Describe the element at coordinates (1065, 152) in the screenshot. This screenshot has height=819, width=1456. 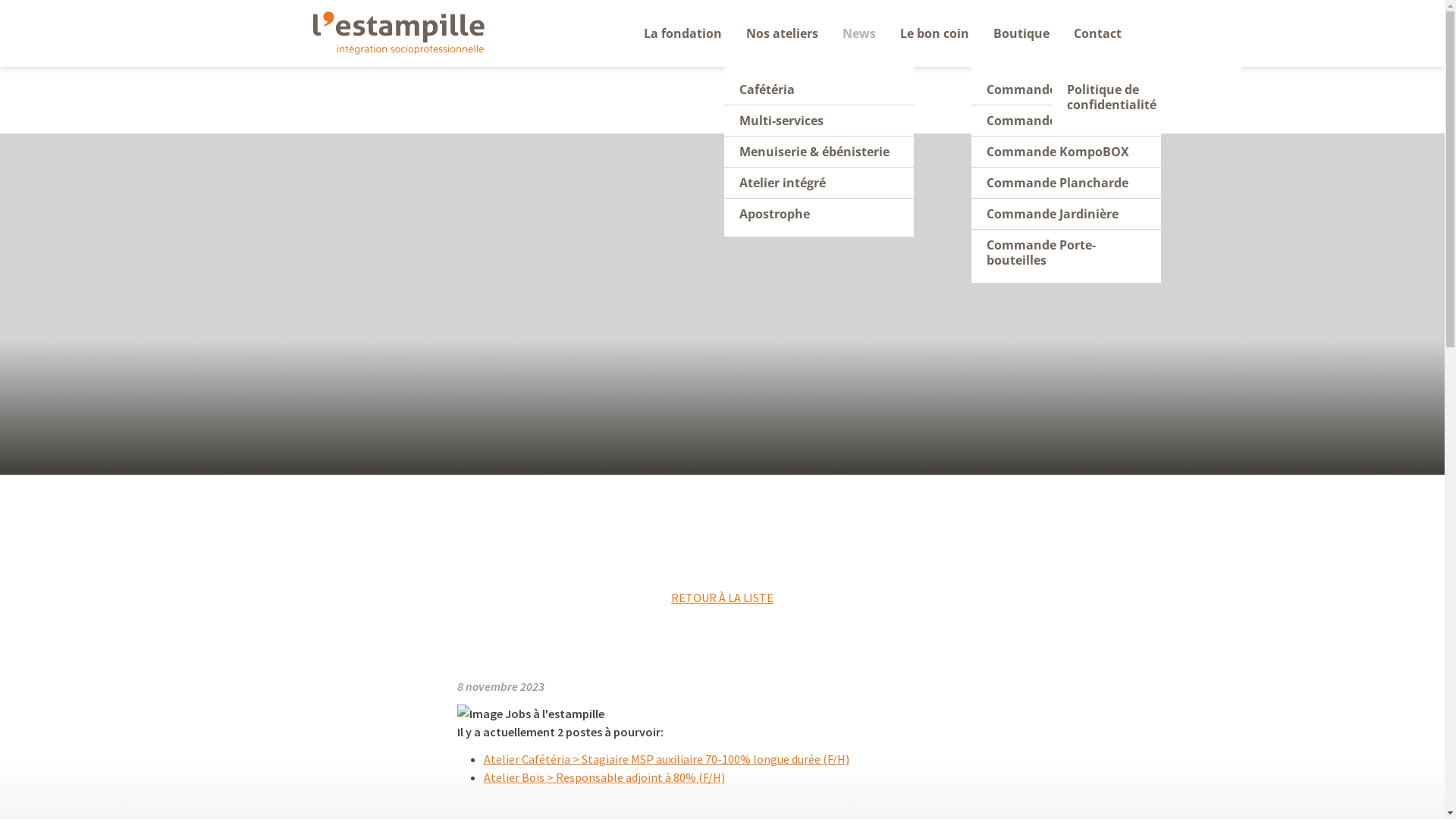
I see `'Commande KompoBOX'` at that location.